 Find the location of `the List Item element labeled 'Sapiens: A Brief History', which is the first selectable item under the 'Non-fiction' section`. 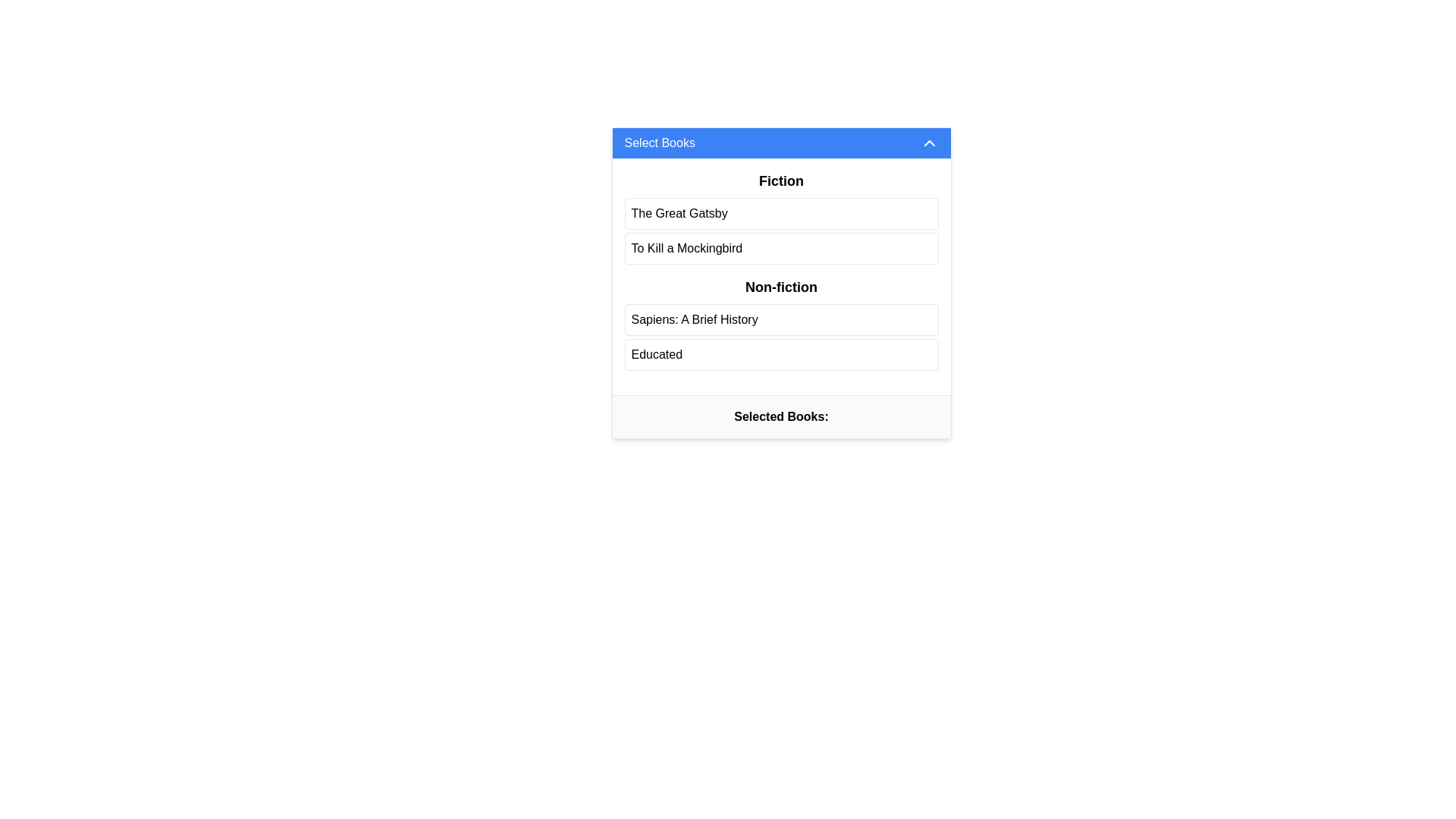

the List Item element labeled 'Sapiens: A Brief History', which is the first selectable item under the 'Non-fiction' section is located at coordinates (781, 318).